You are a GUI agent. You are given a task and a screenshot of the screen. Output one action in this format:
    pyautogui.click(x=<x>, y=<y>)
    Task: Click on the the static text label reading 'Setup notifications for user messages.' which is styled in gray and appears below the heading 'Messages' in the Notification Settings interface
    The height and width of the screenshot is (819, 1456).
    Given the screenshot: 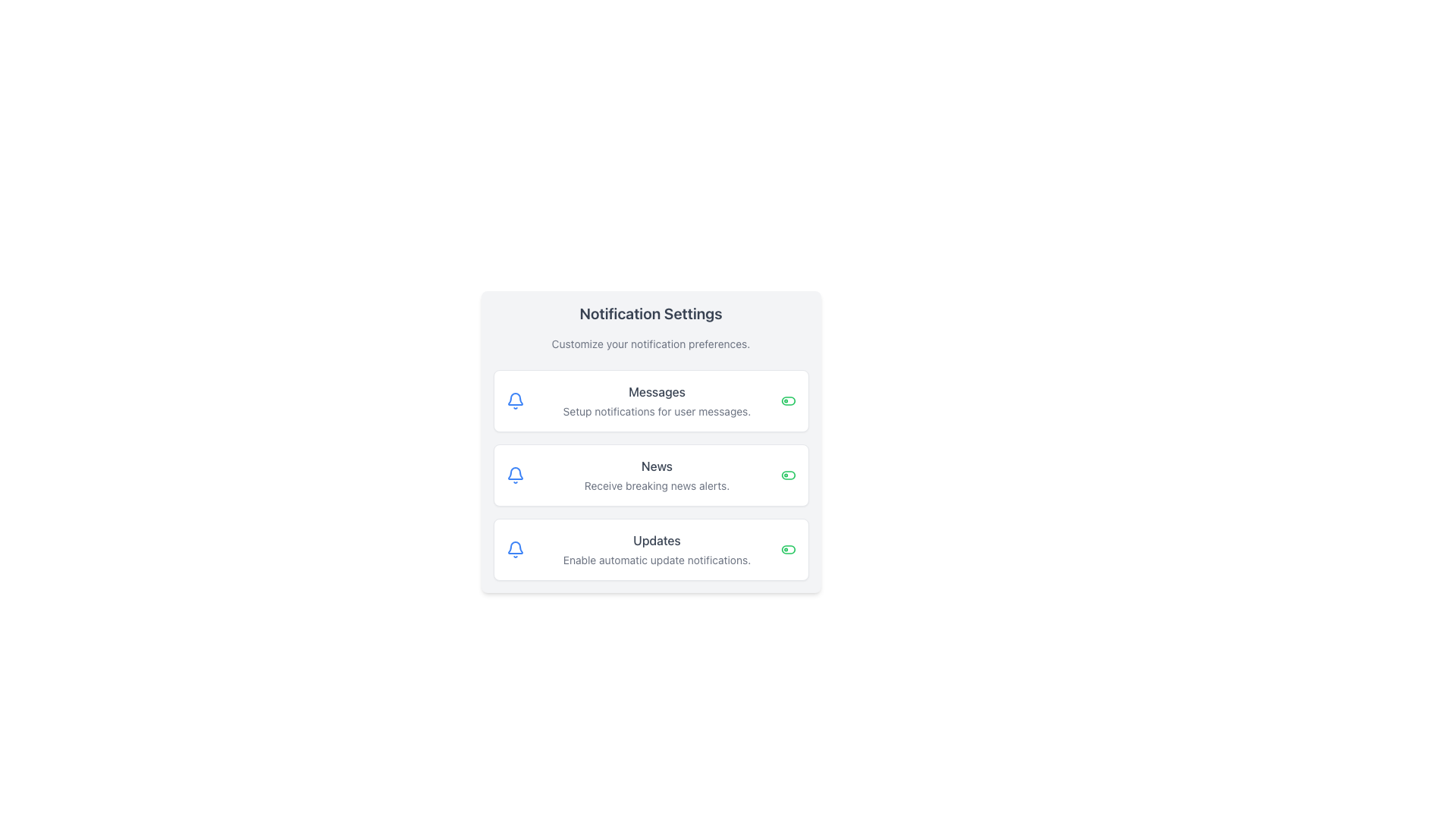 What is the action you would take?
    pyautogui.click(x=657, y=412)
    